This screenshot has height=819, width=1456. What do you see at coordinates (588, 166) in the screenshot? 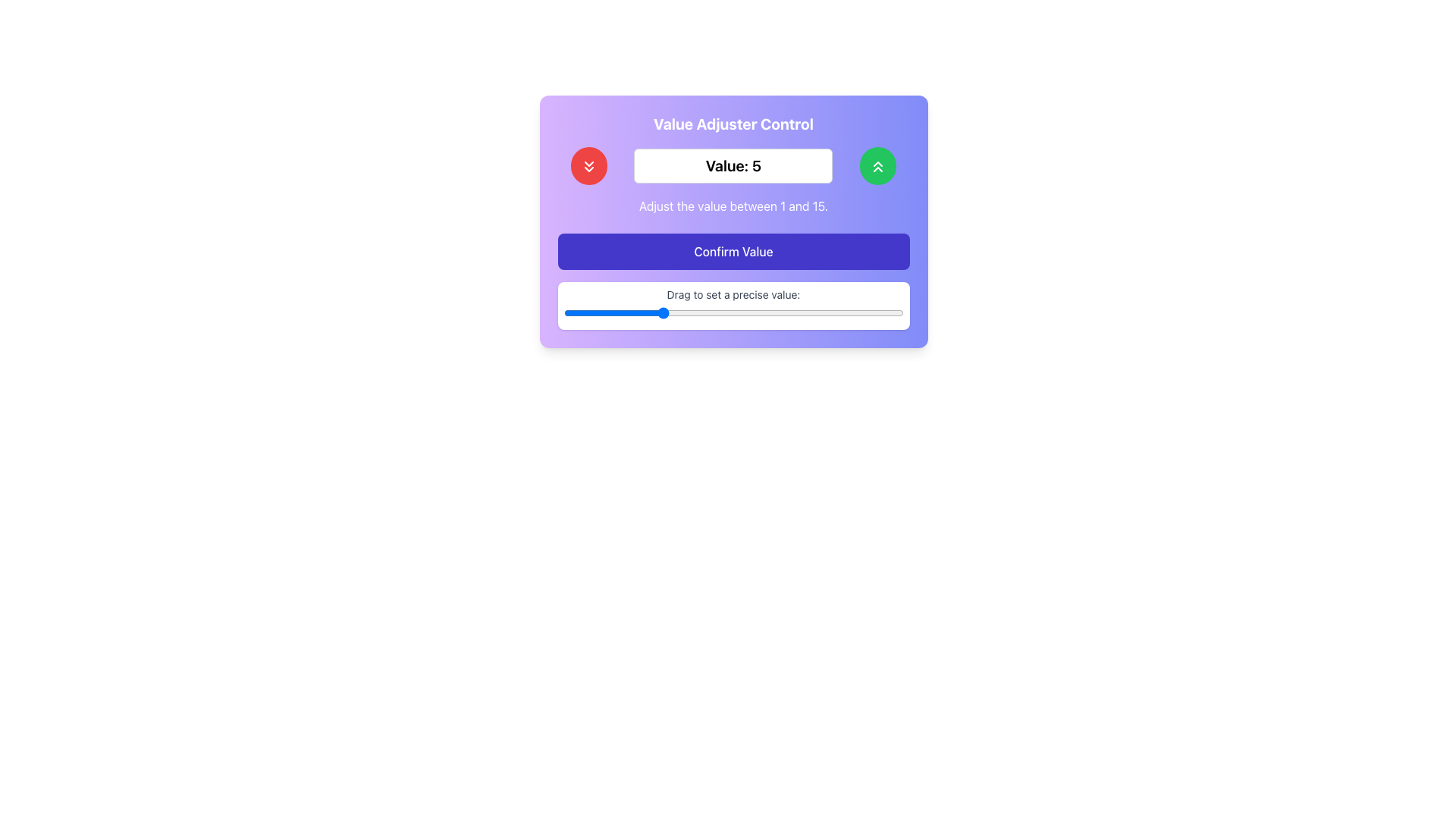
I see `the red circular button icon that decreases the value in the associated control, located on the left-hand side of the control panel` at bounding box center [588, 166].